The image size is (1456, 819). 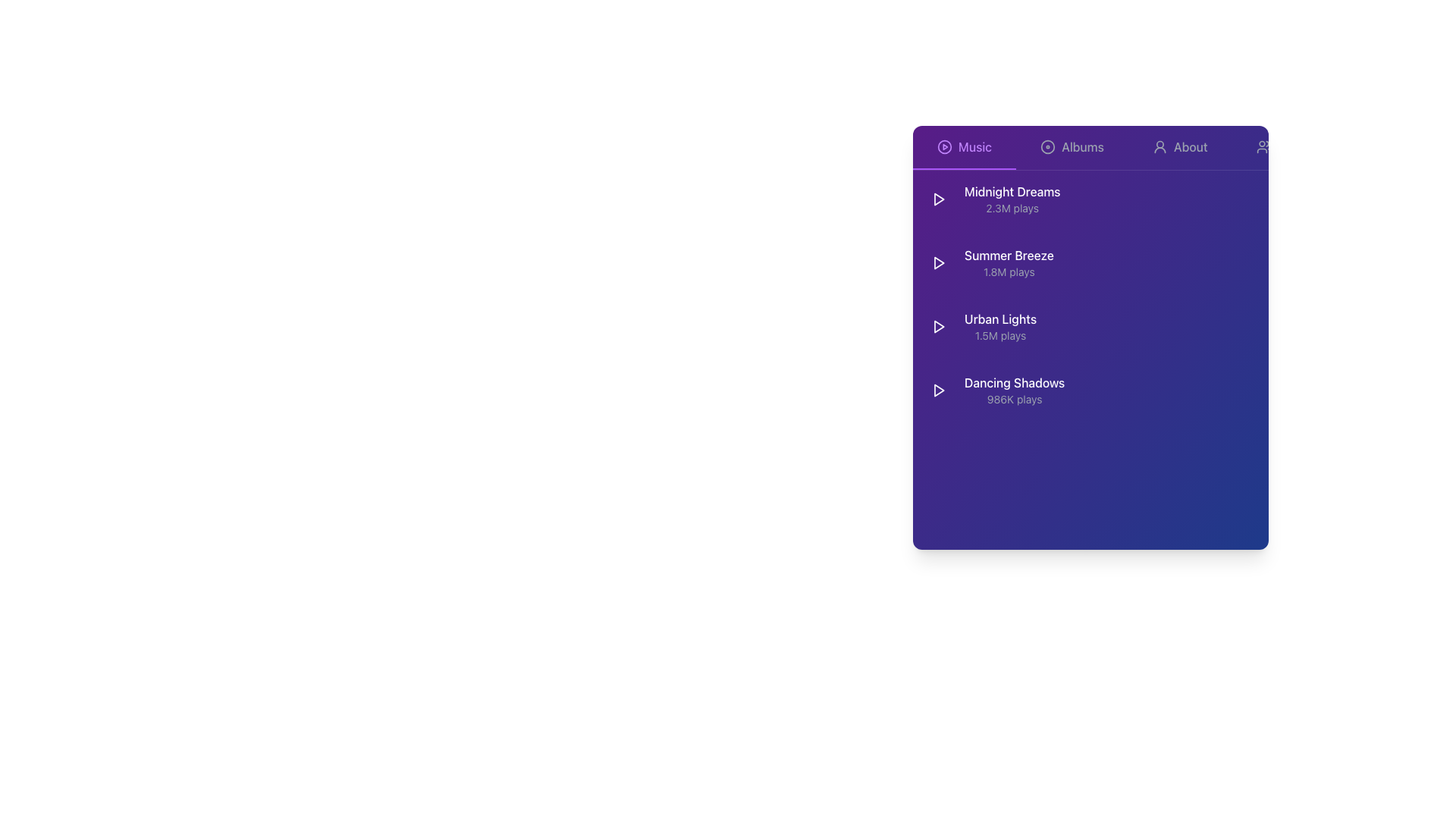 What do you see at coordinates (938, 198) in the screenshot?
I see `the play button located to the left of the 'Midnight Dreams' text label` at bounding box center [938, 198].